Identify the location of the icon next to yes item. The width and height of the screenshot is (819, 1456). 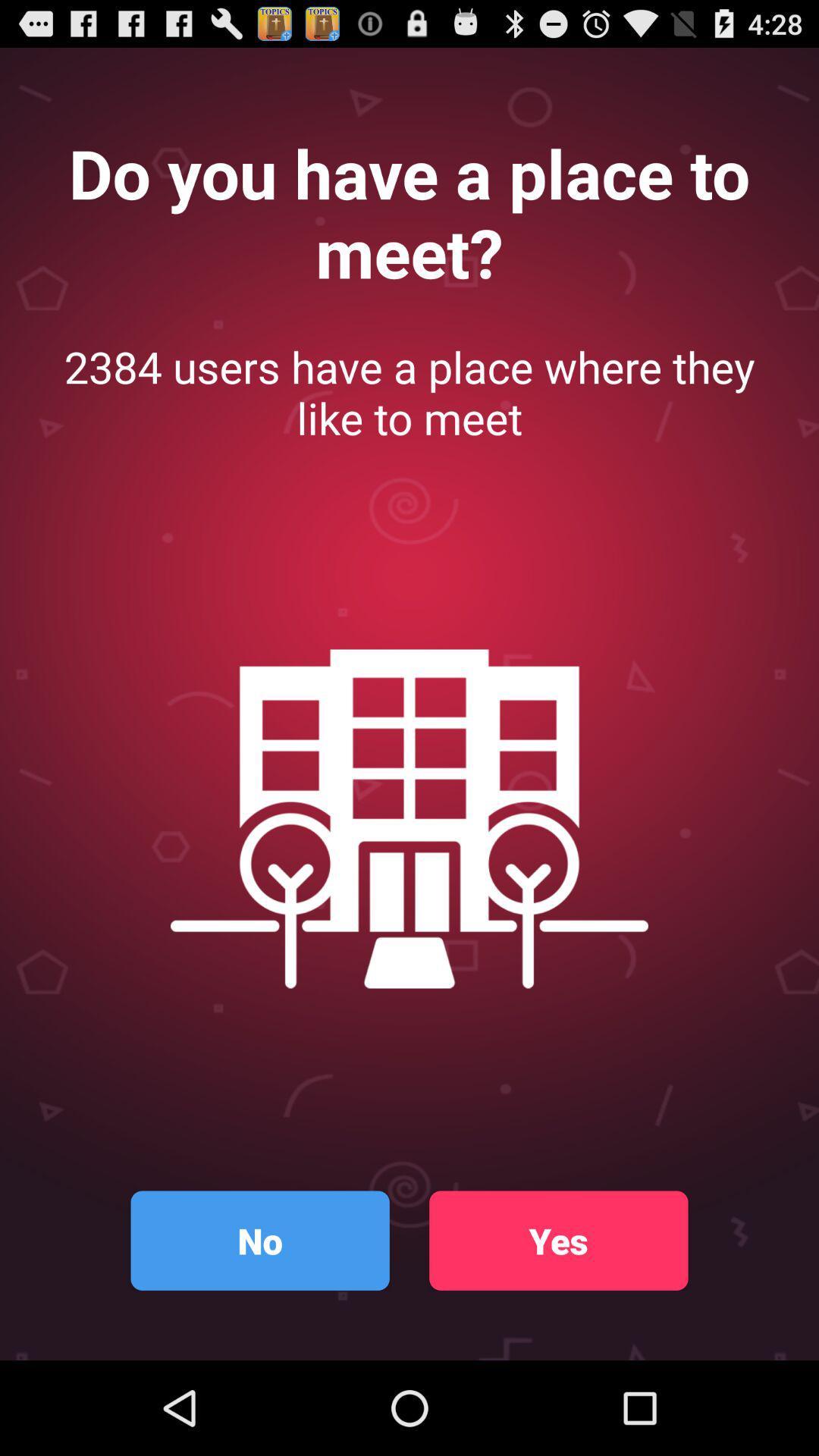
(259, 1241).